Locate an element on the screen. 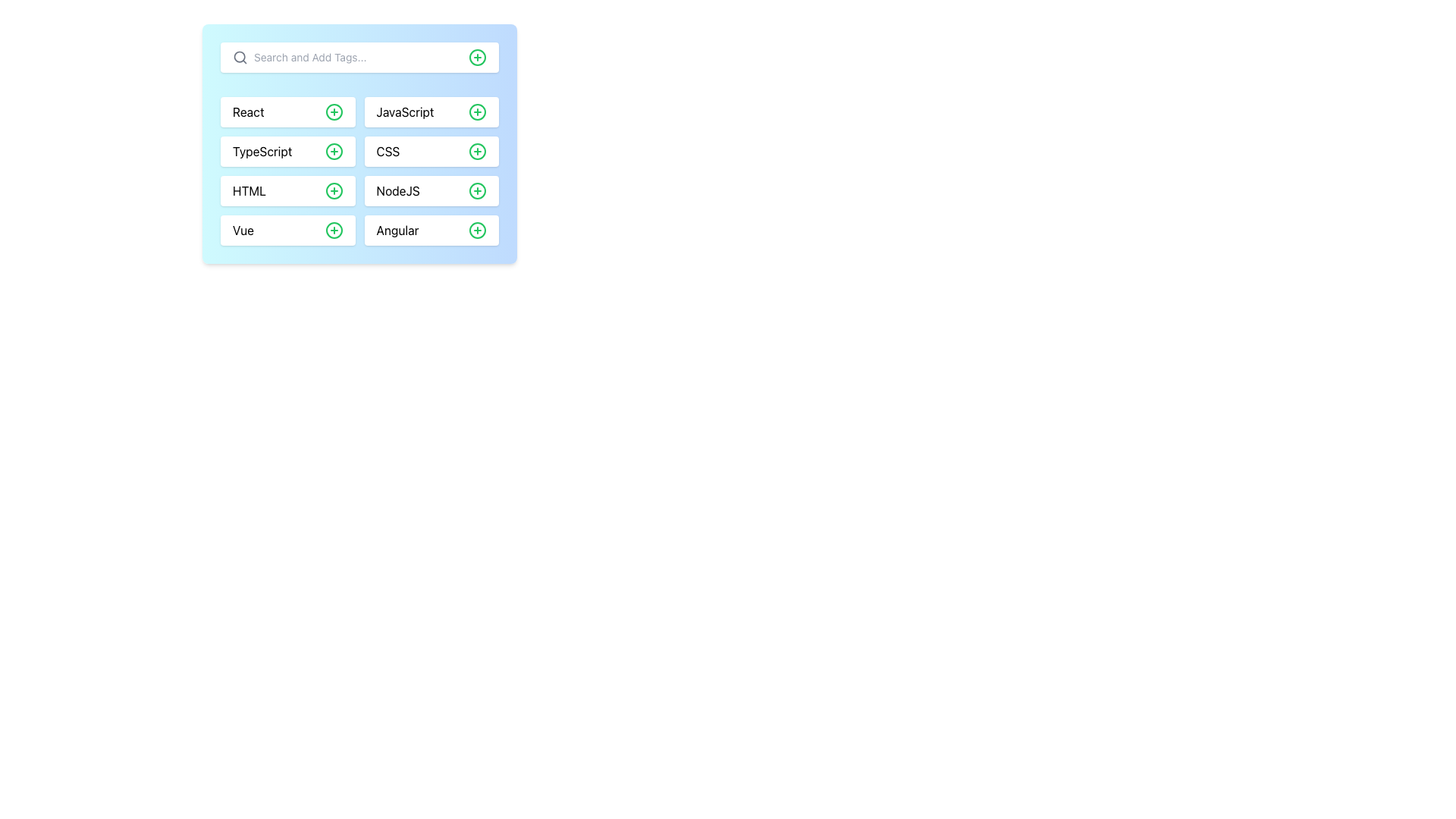 The image size is (1456, 819). the button for adding a 'CSS' tag, located in the rightmost position of the row under 'JavaScript' is located at coordinates (476, 152).